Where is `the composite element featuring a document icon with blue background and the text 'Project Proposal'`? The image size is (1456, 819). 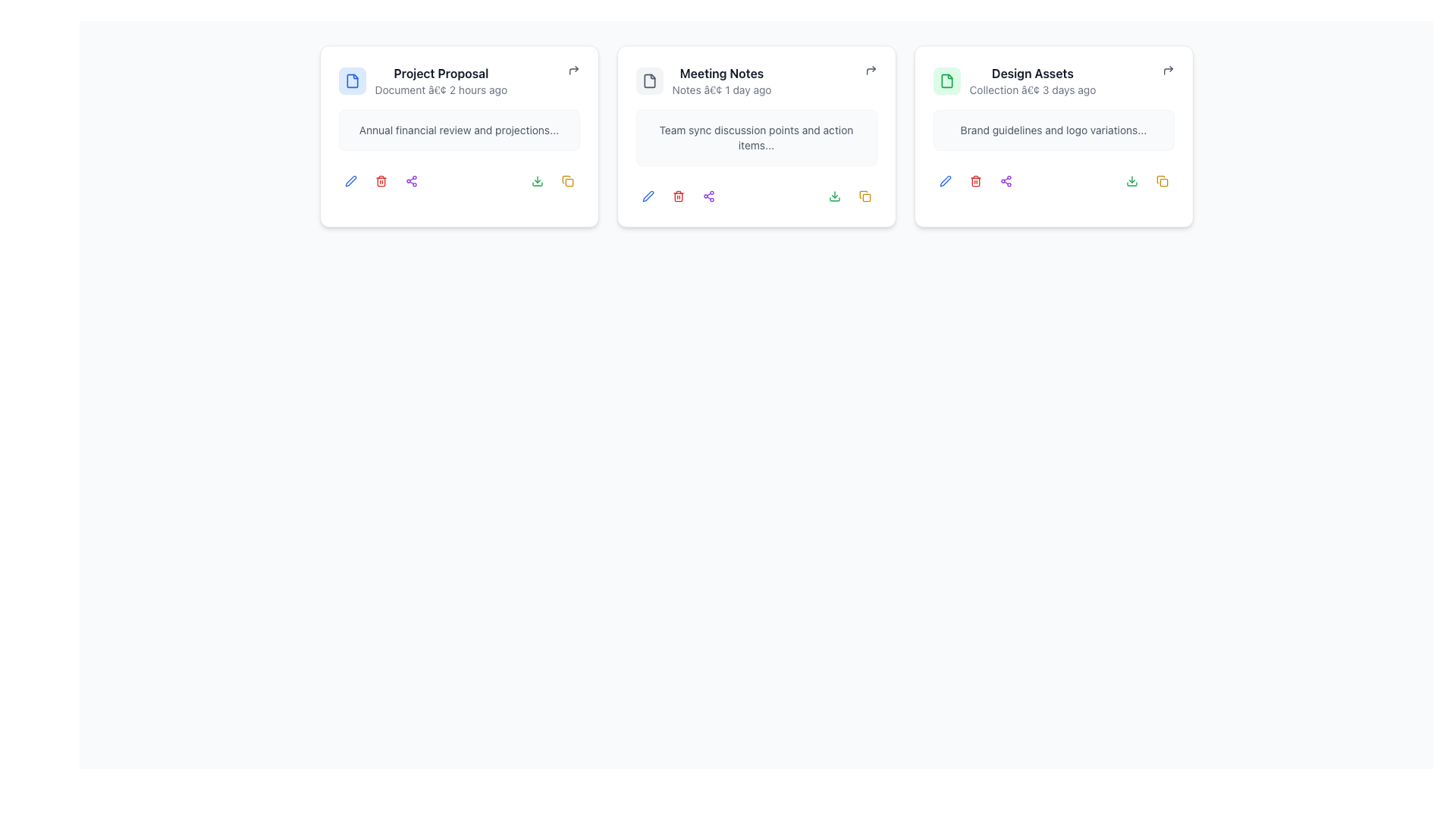
the composite element featuring a document icon with blue background and the text 'Project Proposal' is located at coordinates (458, 81).